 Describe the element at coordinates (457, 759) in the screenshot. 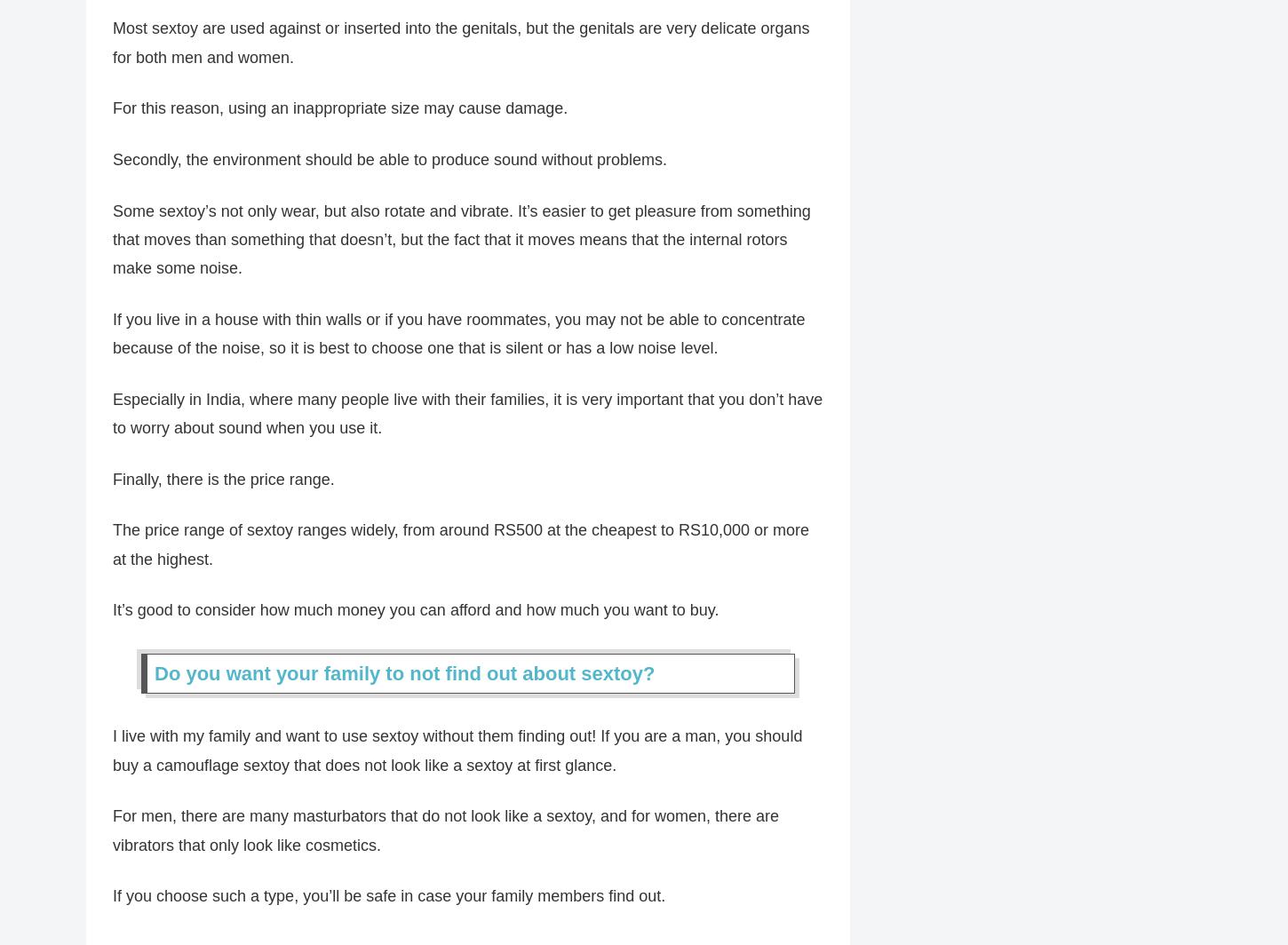

I see `'I live with my family and want to use sextoy without them finding out! If you are a man, you should buy a camouflage sextoy that does not look like a sextoy at first glance.'` at that location.